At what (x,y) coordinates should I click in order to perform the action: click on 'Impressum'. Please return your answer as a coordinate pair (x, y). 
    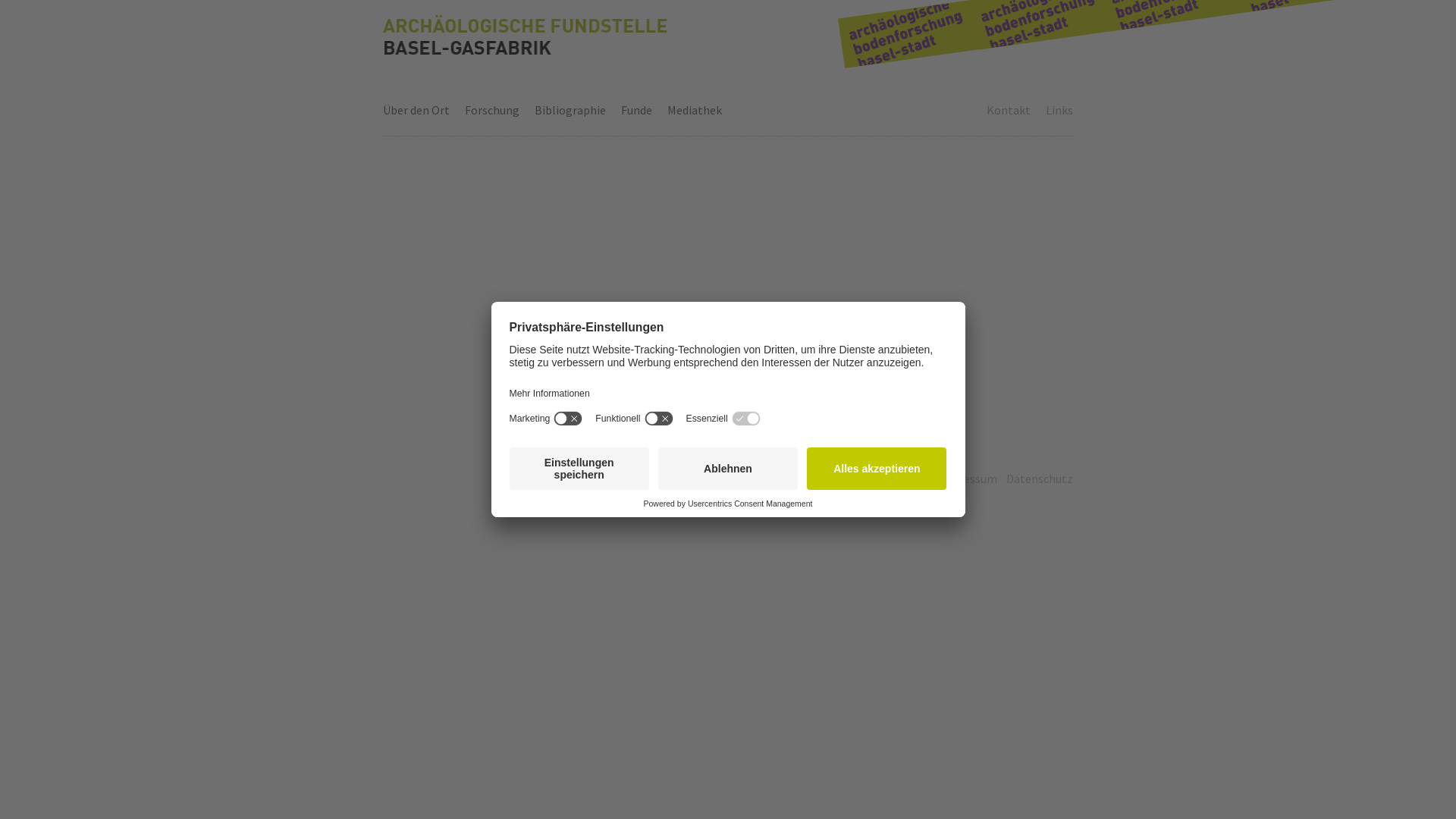
    Looking at the image, I should click on (937, 479).